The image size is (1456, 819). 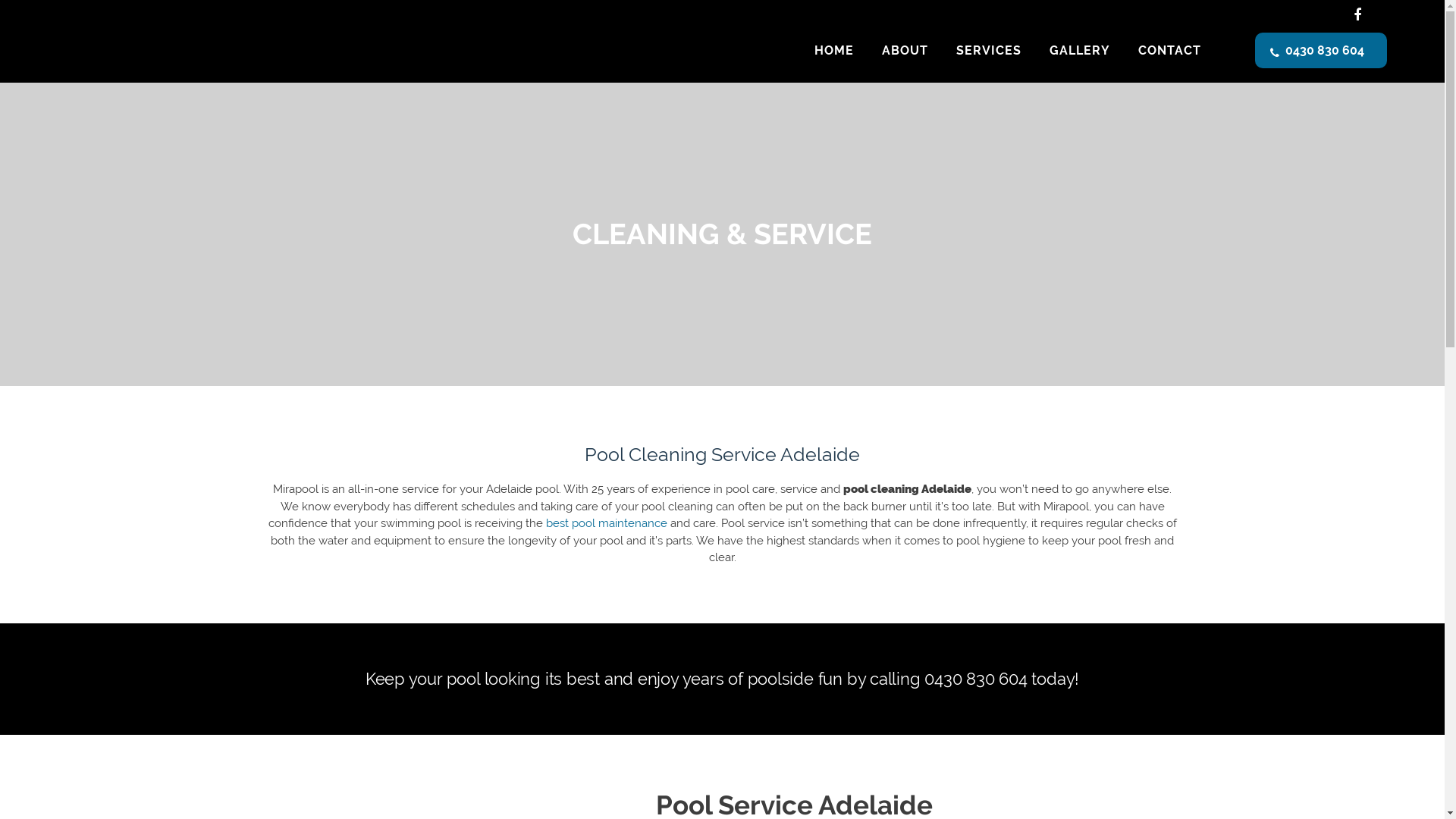 What do you see at coordinates (1037, 49) in the screenshot?
I see `'GALLERY'` at bounding box center [1037, 49].